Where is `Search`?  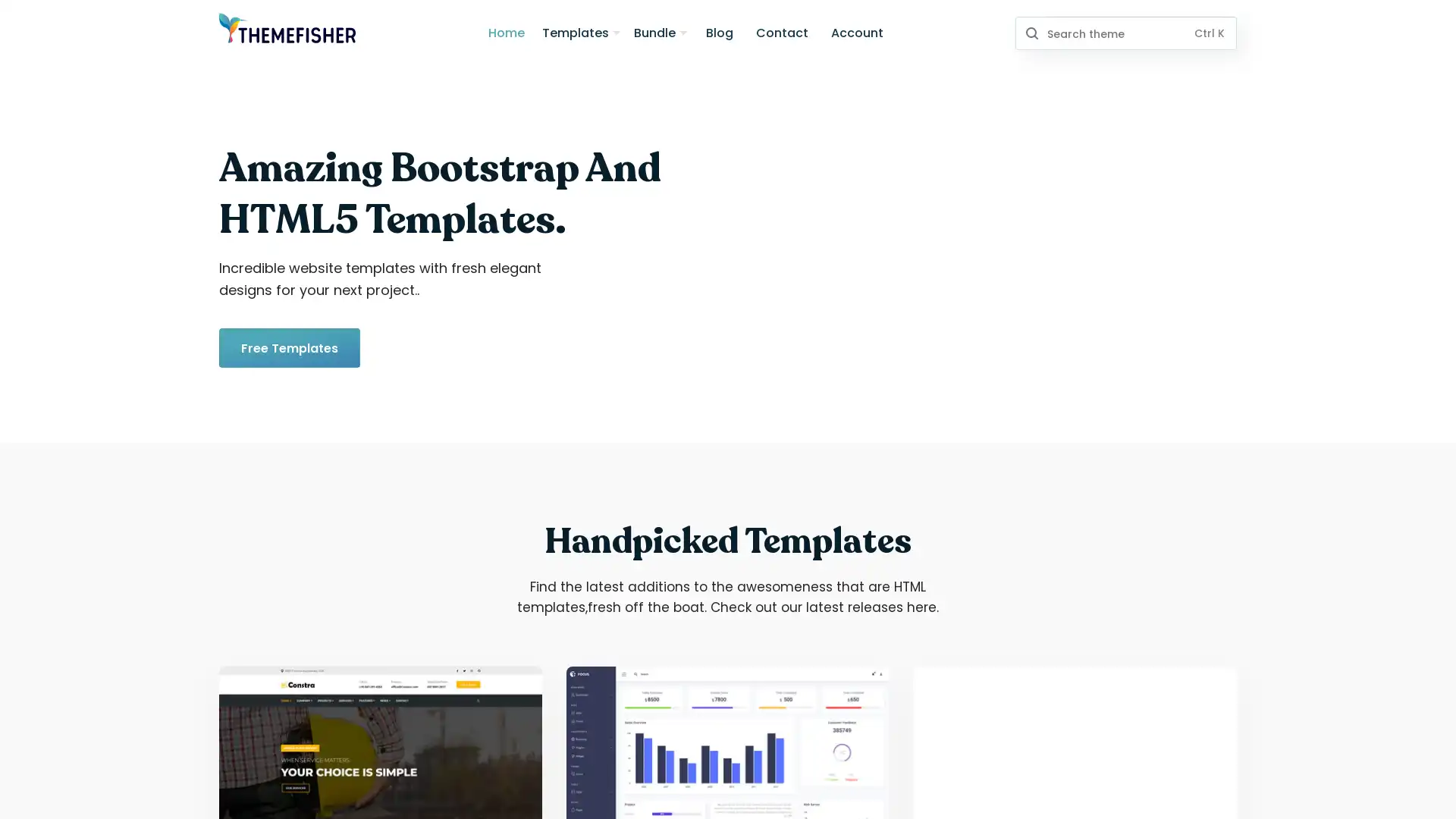 Search is located at coordinates (1031, 33).